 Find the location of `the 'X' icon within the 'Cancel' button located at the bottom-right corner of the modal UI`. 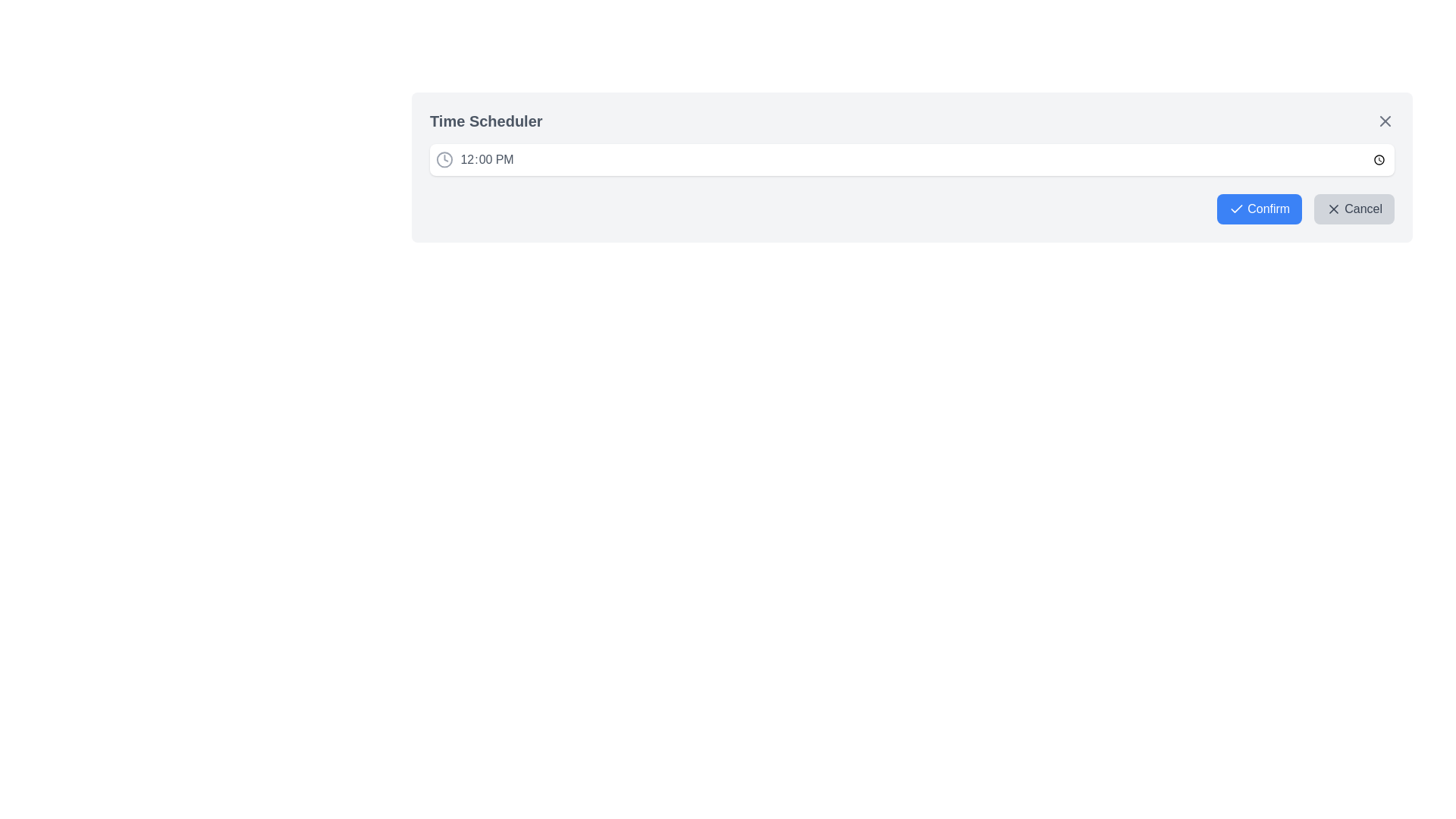

the 'X' icon within the 'Cancel' button located at the bottom-right corner of the modal UI is located at coordinates (1333, 209).